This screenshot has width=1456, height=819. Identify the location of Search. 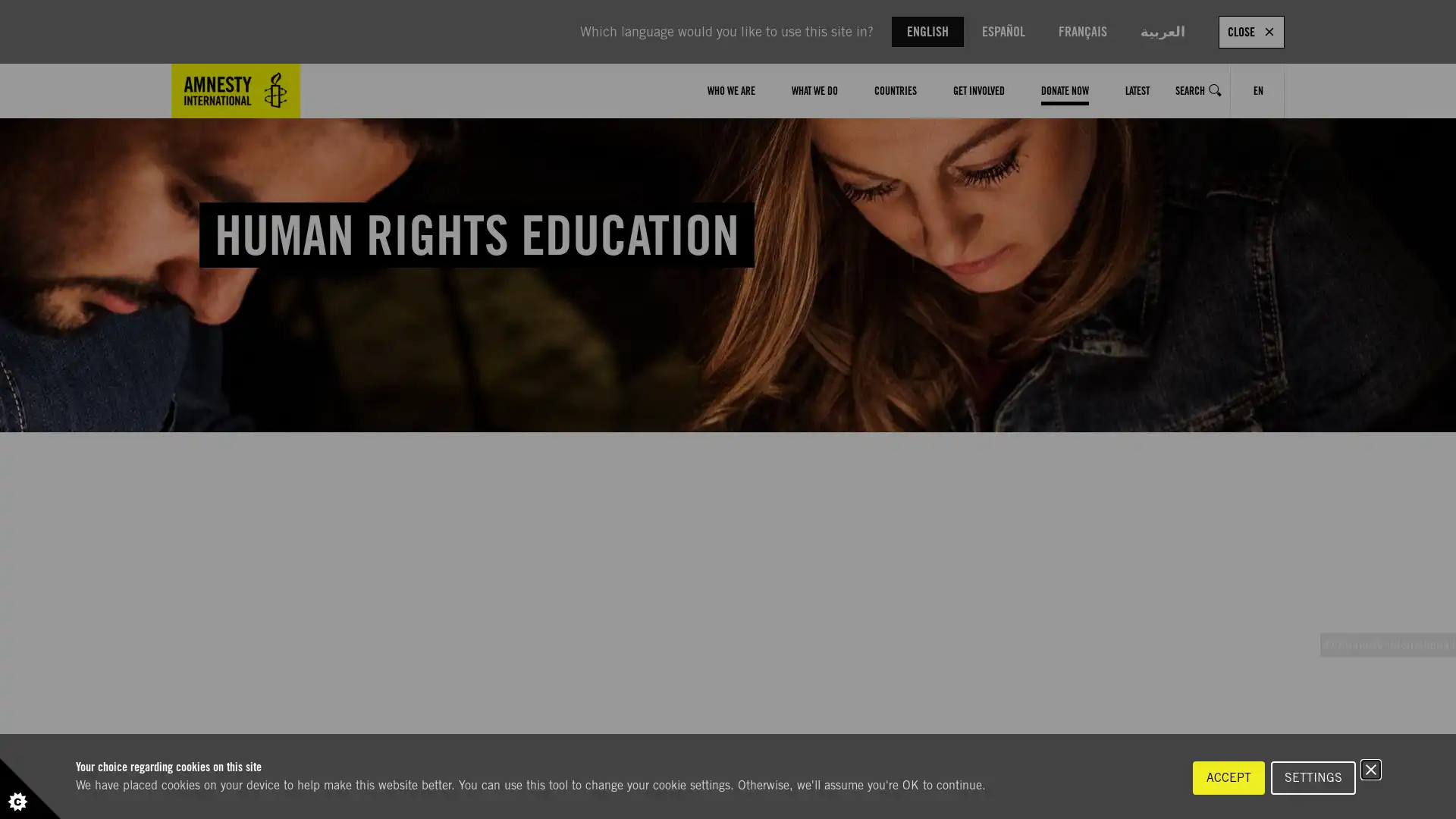
(1197, 90).